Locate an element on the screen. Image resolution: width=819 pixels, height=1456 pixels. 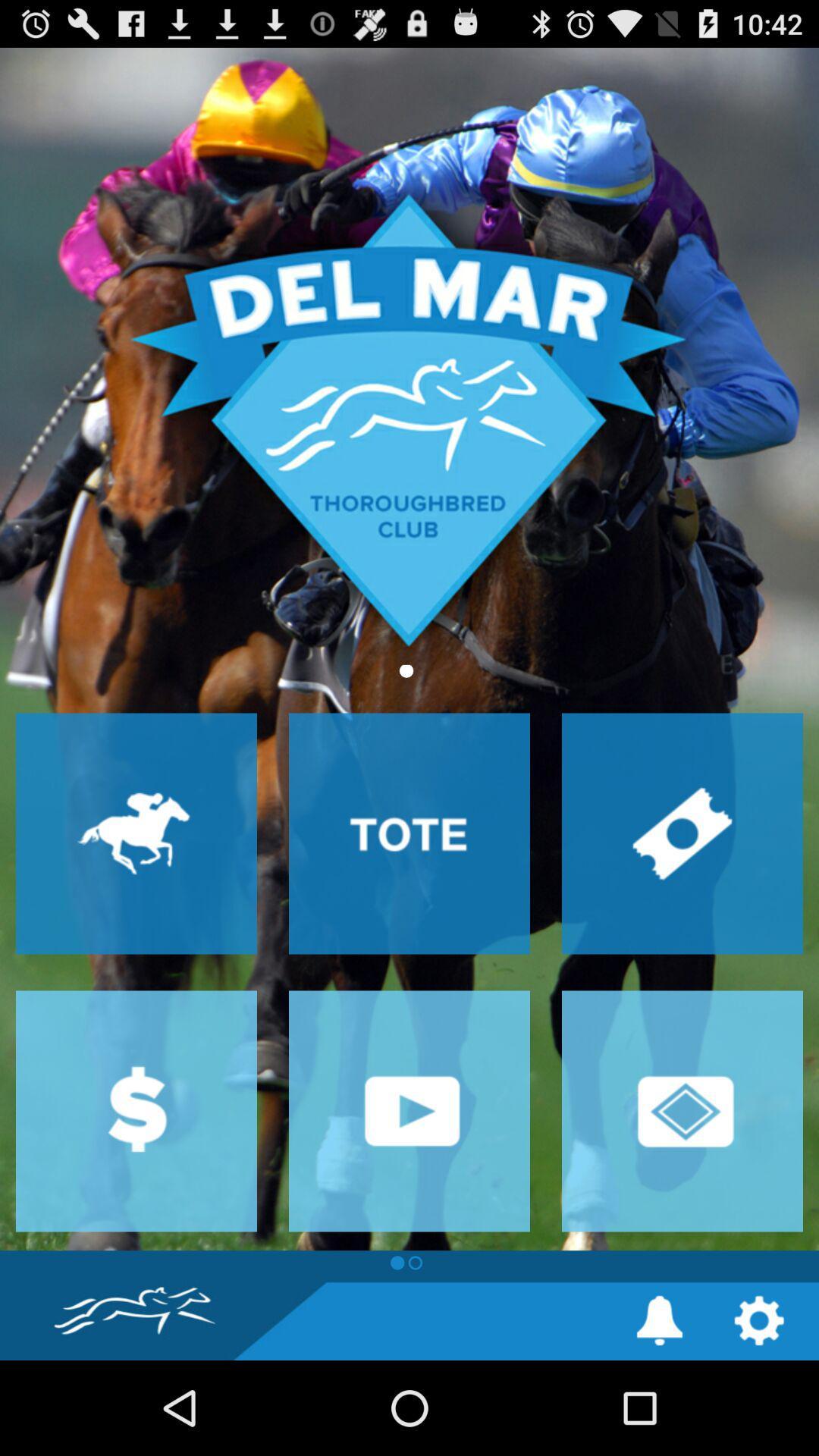
open notification options open alarm options is located at coordinates (659, 1319).